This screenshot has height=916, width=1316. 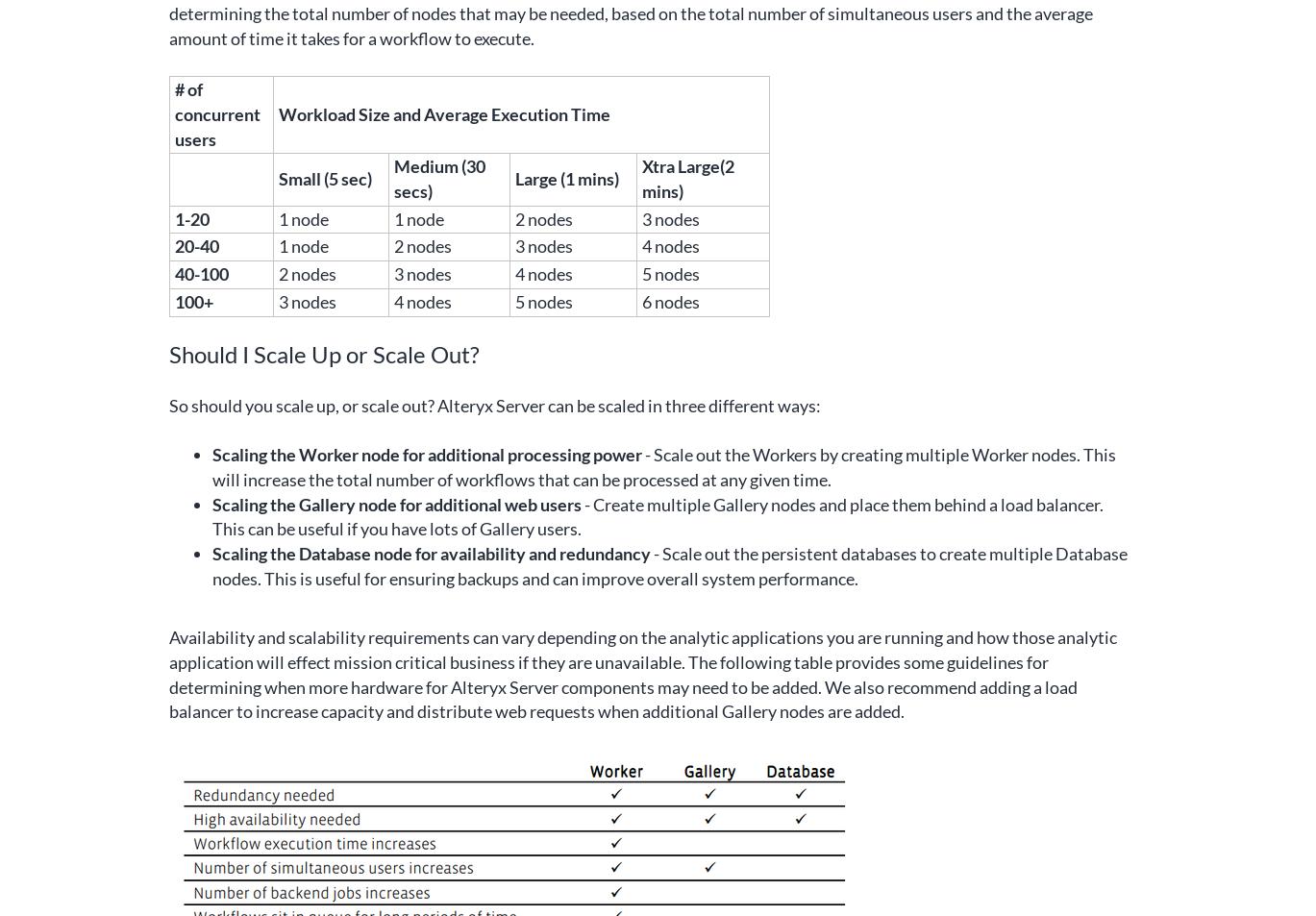 I want to click on 'Medium (30 secs)', so click(x=392, y=178).